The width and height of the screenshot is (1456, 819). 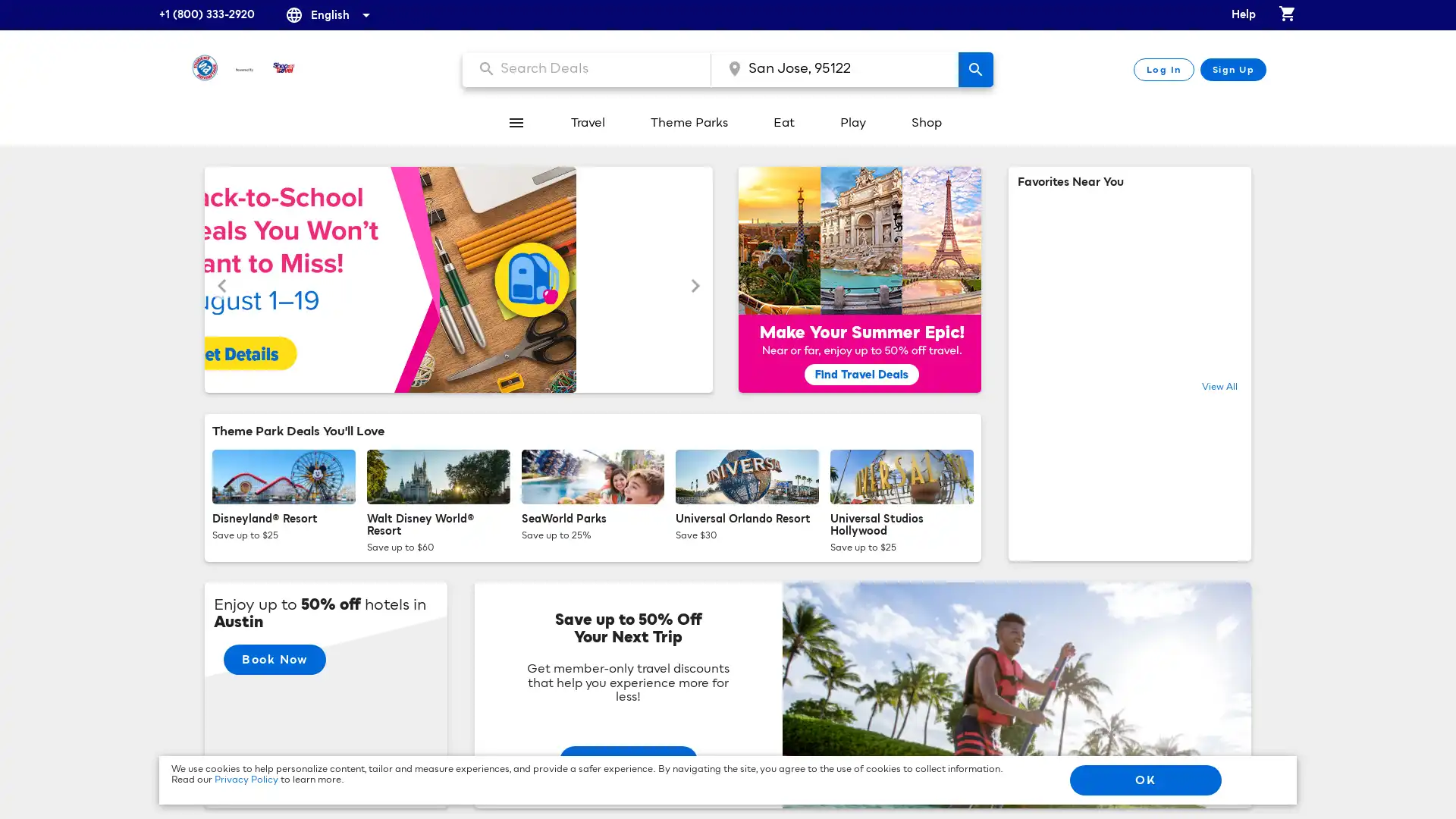 What do you see at coordinates (1233, 69) in the screenshot?
I see `Sign Up` at bounding box center [1233, 69].